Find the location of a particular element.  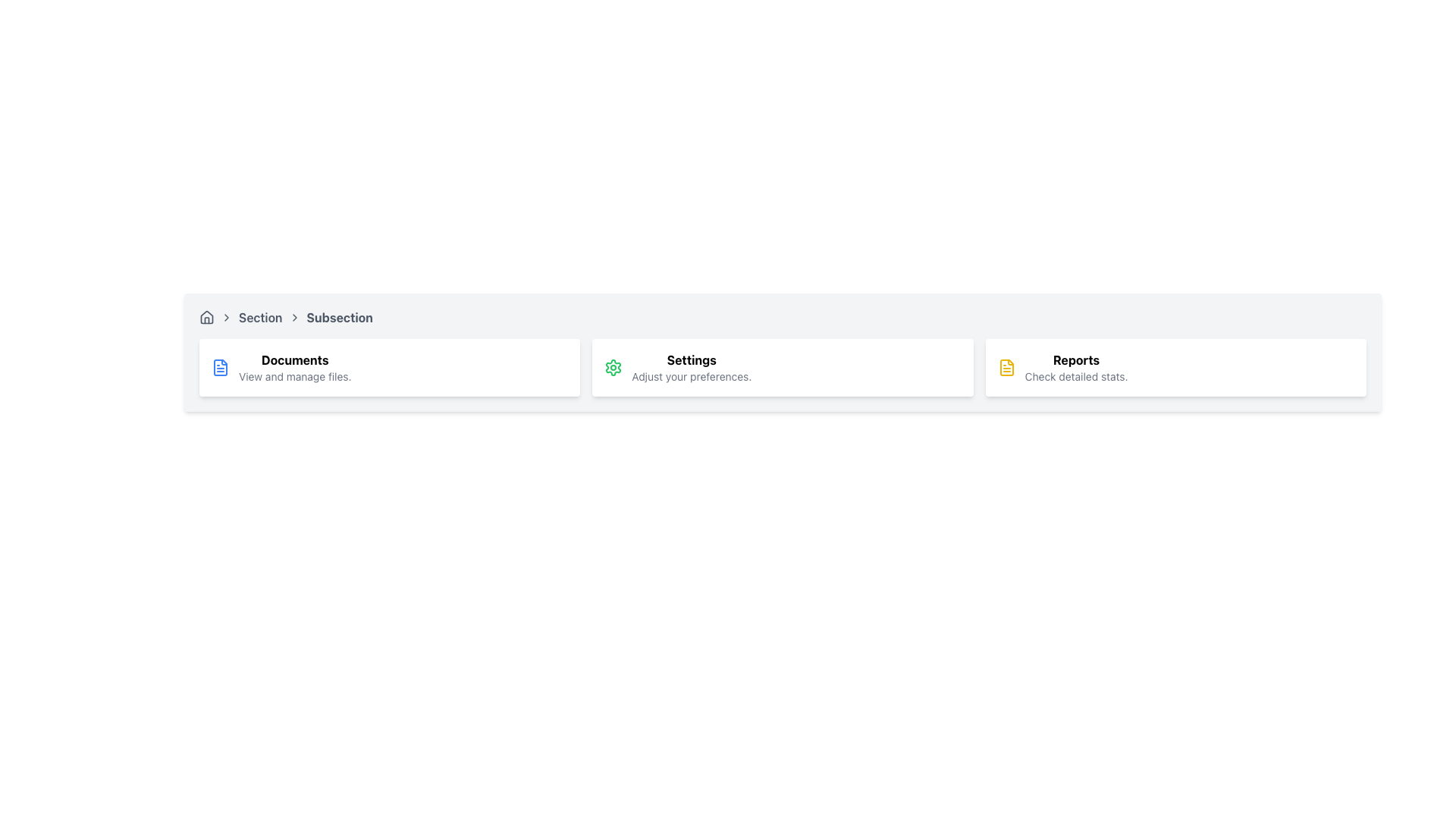

the document icon located at the leftmost position of the 'Documents' card is located at coordinates (220, 368).